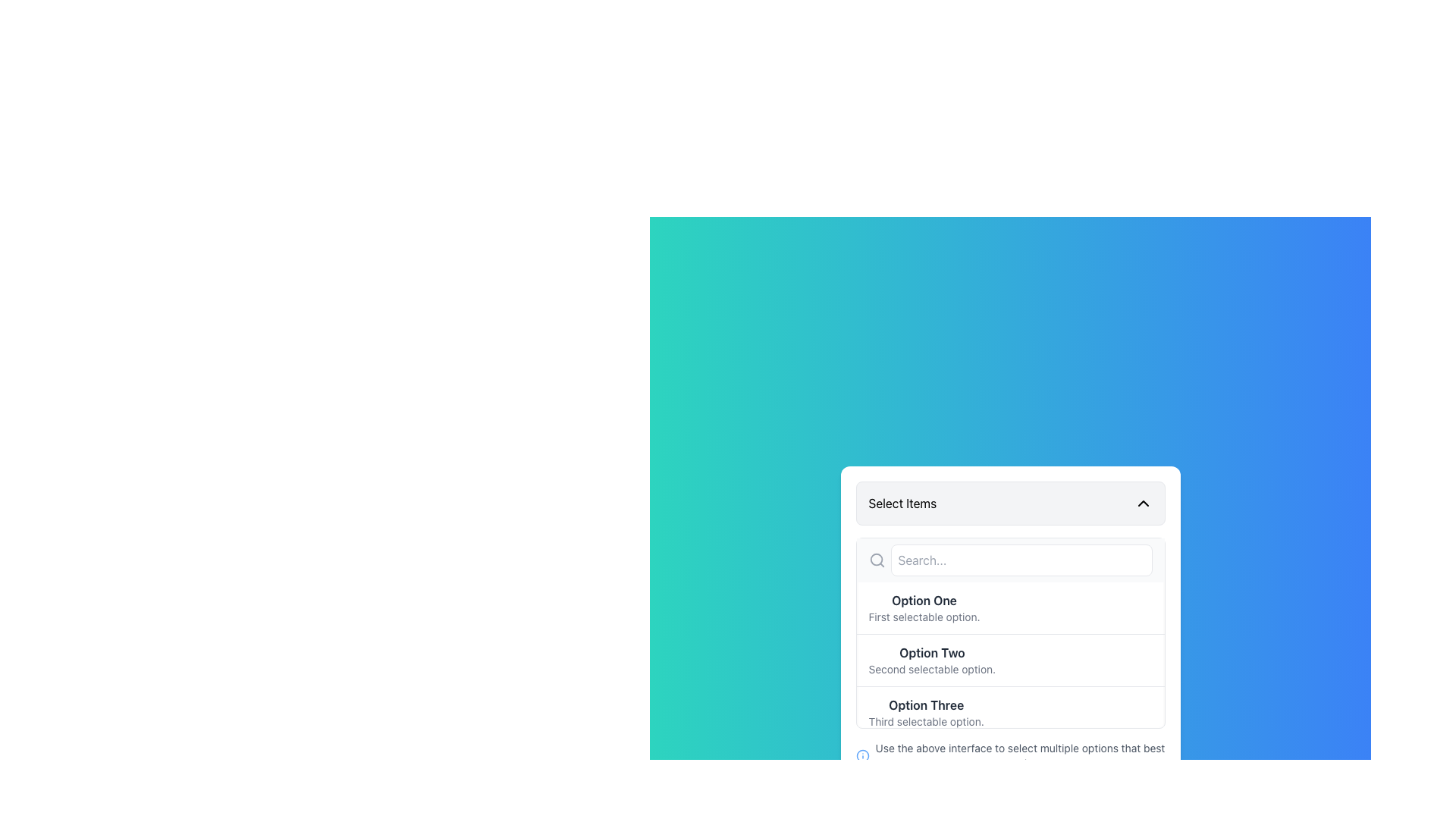 The height and width of the screenshot is (819, 1456). I want to click on the circular search icon, which features a magnifying glass and is located to the left of the input box labeled 'Search...' within the dropdown interface, so click(876, 560).